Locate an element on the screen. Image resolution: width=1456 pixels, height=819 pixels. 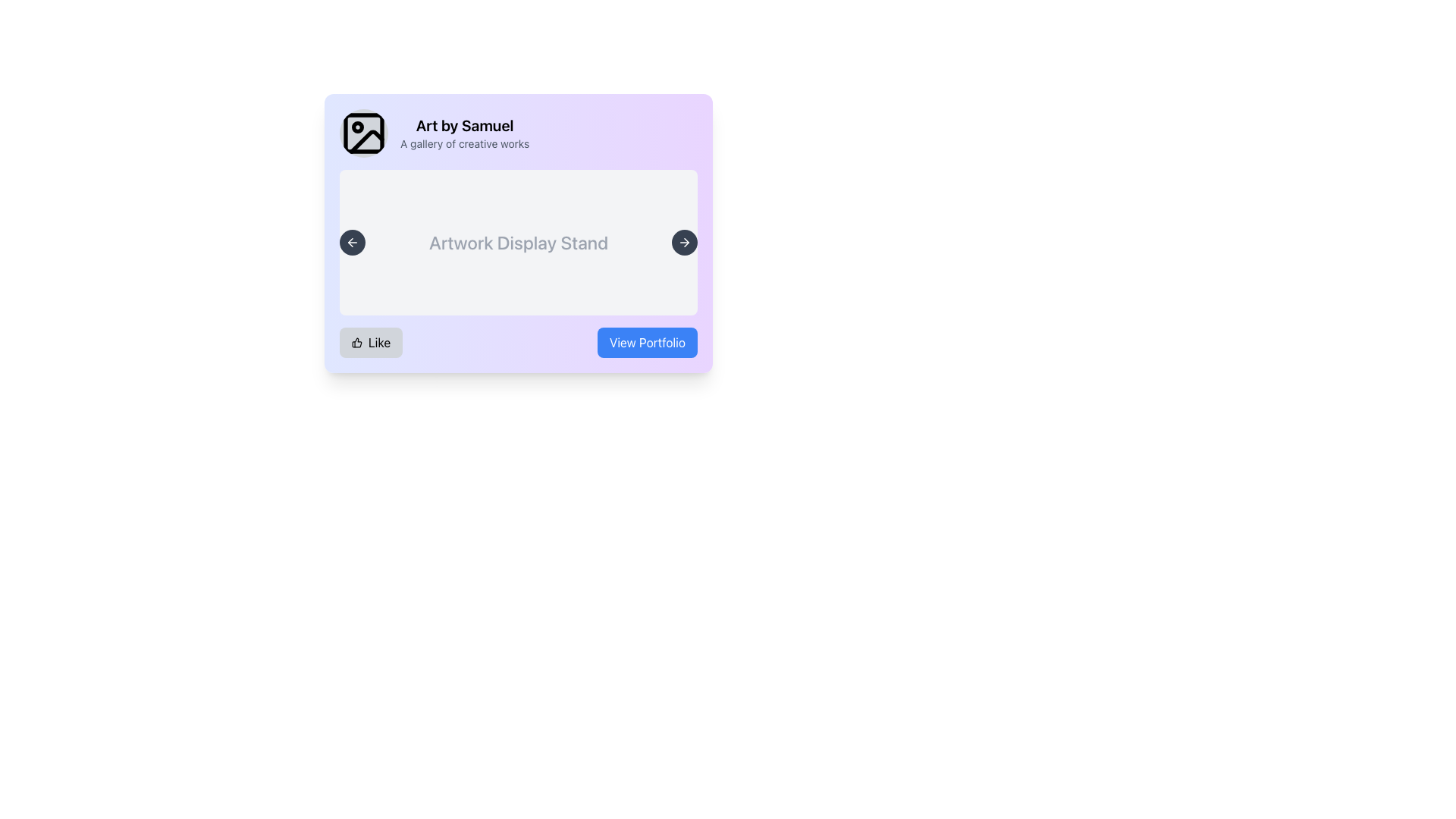
the circular button with a dark gray background and white arrow pointing to the right, located in the right-center part of the 'Artwork Display Stand' card is located at coordinates (683, 242).